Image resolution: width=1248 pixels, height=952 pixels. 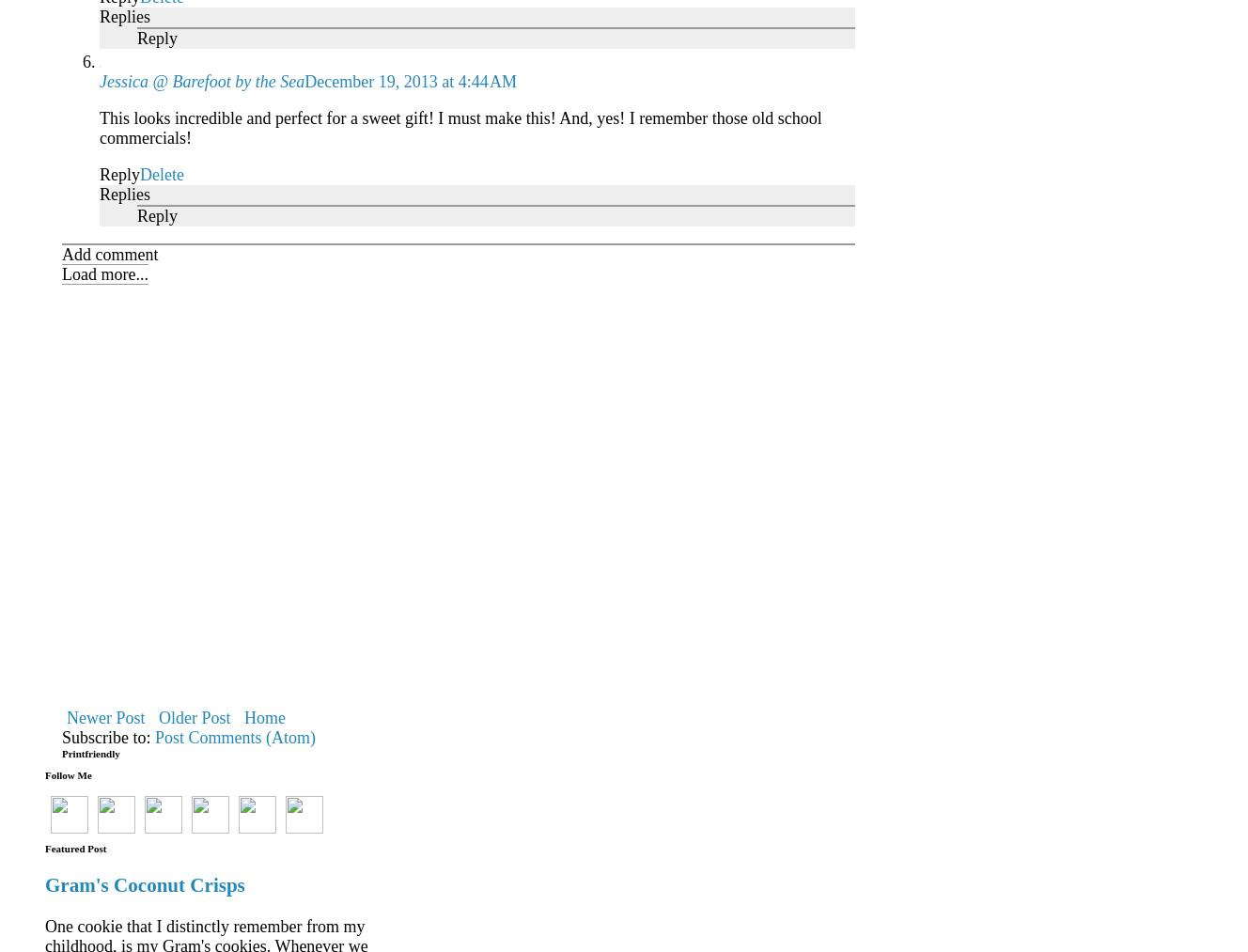 What do you see at coordinates (460, 127) in the screenshot?
I see `'This looks incredible and perfect for a sweet gift! I must make this! And, yes! I remember those old school commercials!'` at bounding box center [460, 127].